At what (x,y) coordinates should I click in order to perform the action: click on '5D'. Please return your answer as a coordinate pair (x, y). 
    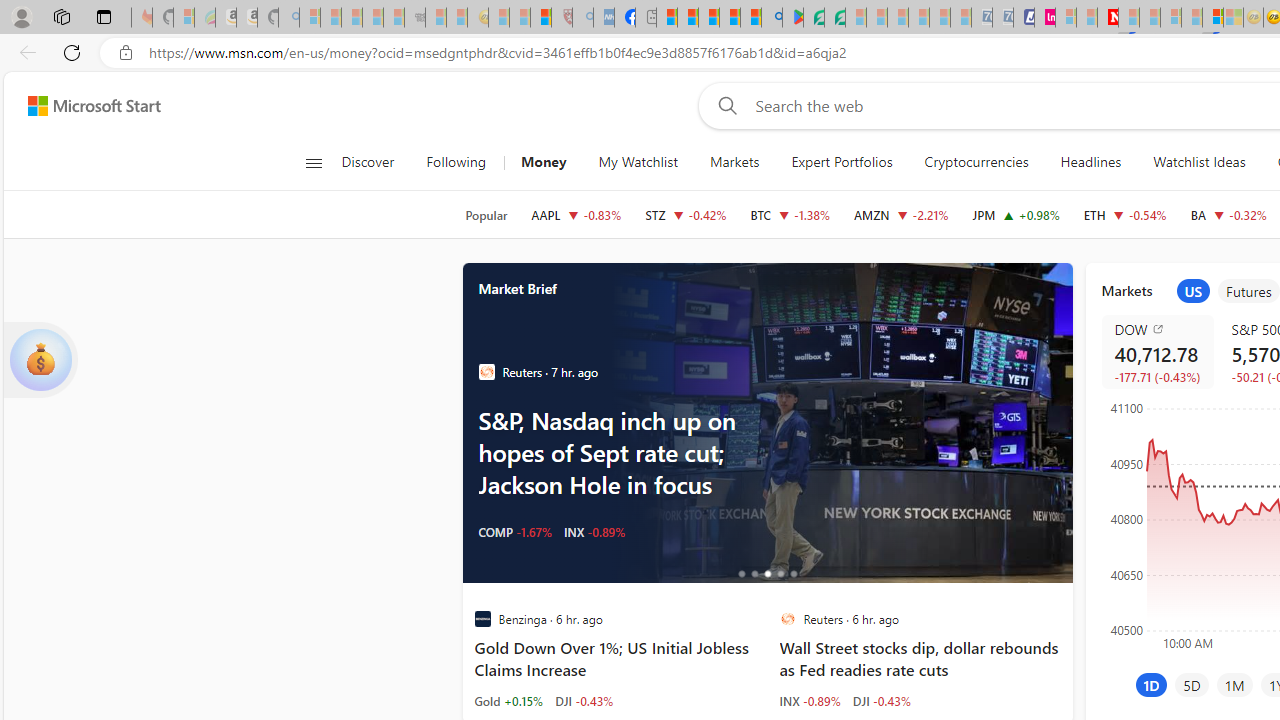
    Looking at the image, I should click on (1192, 684).